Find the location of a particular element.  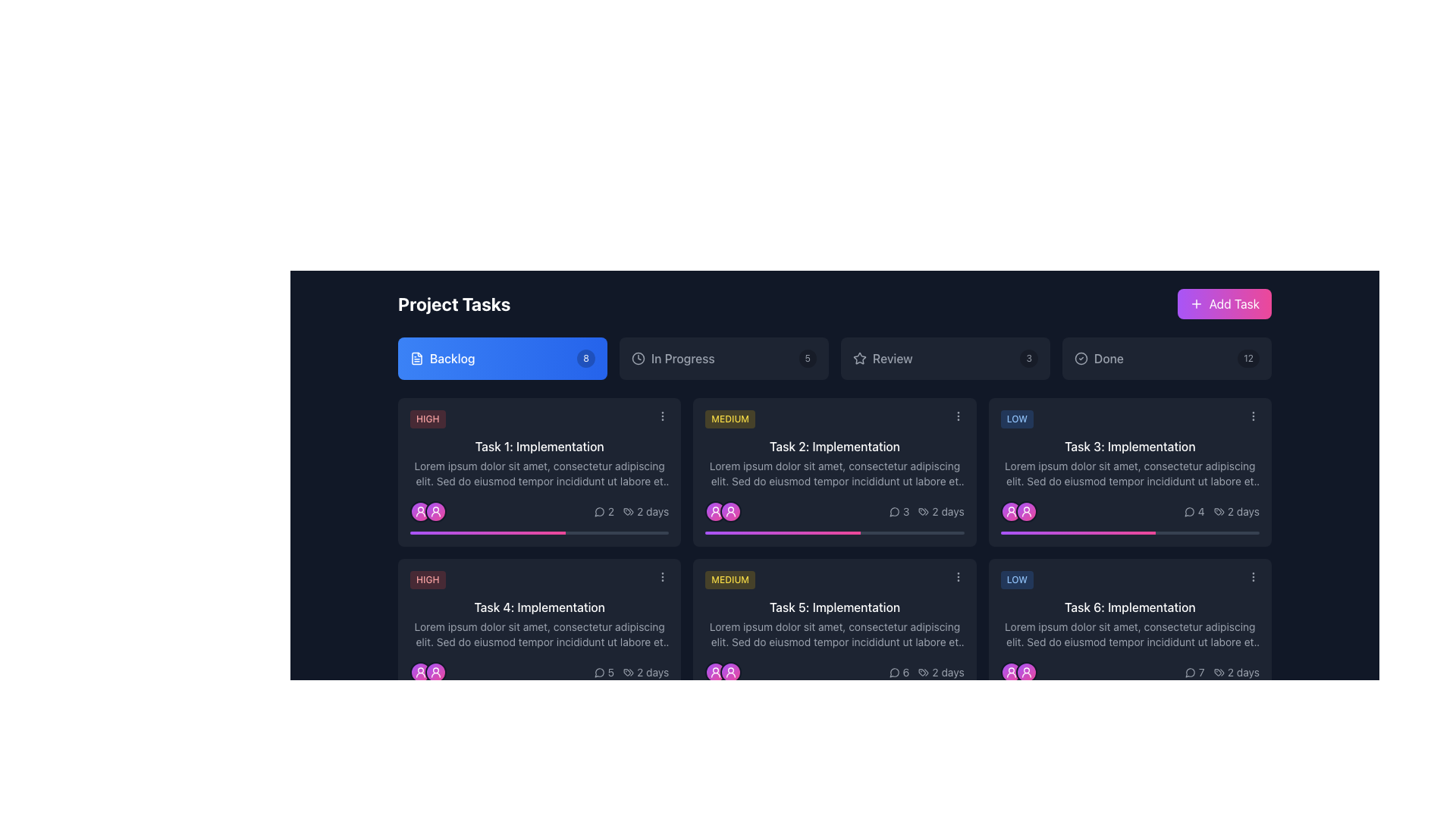

the user silhouette icon located at the bottom-right corner of the card labeled 'Task 5: Implementation' is located at coordinates (731, 672).